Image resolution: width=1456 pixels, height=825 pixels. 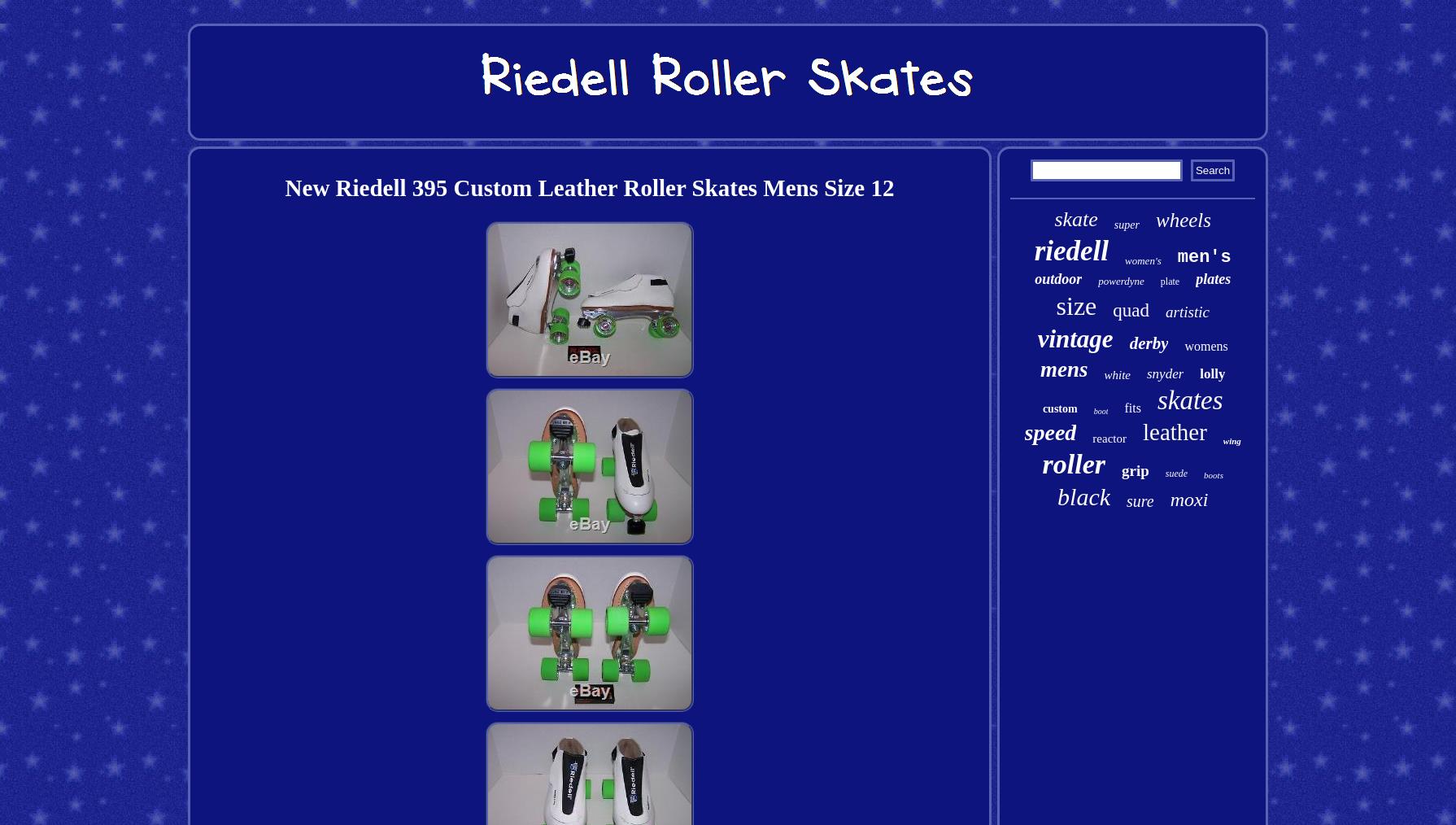 What do you see at coordinates (1073, 463) in the screenshot?
I see `'roller'` at bounding box center [1073, 463].